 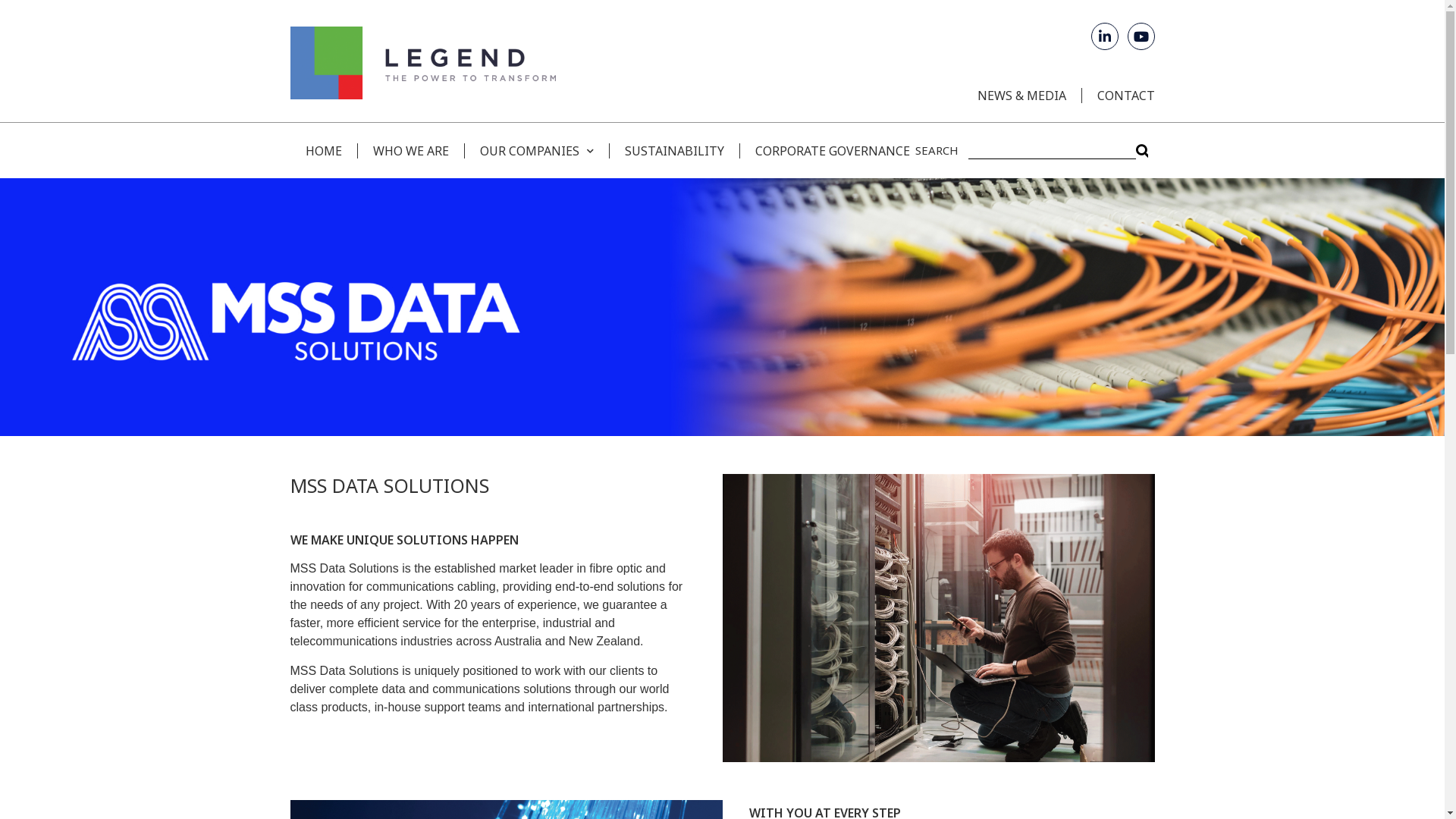 I want to click on 'NEWS & MEDIA', so click(x=1021, y=96).